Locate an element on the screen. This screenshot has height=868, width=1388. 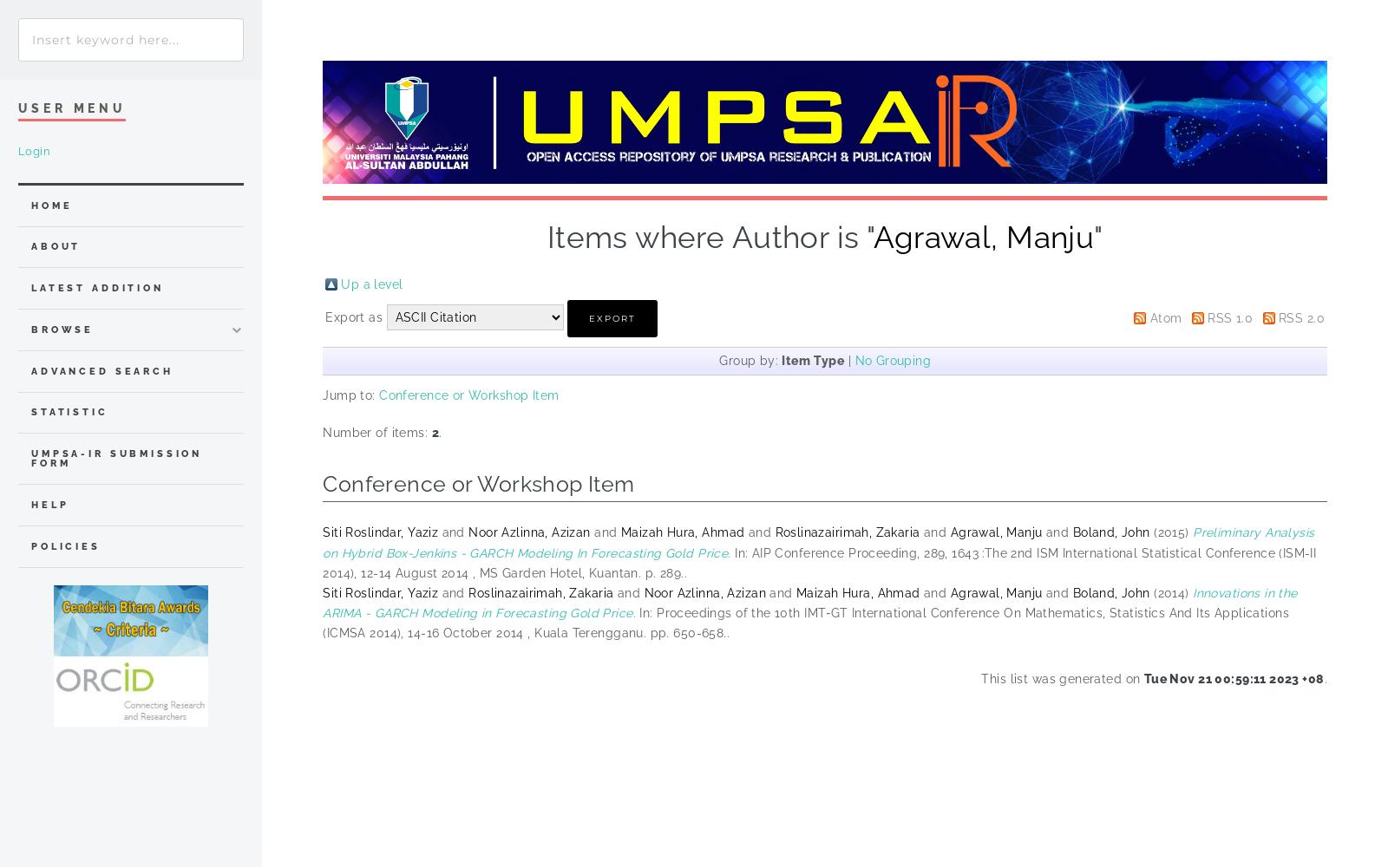
'Atom' is located at coordinates (1164, 316).